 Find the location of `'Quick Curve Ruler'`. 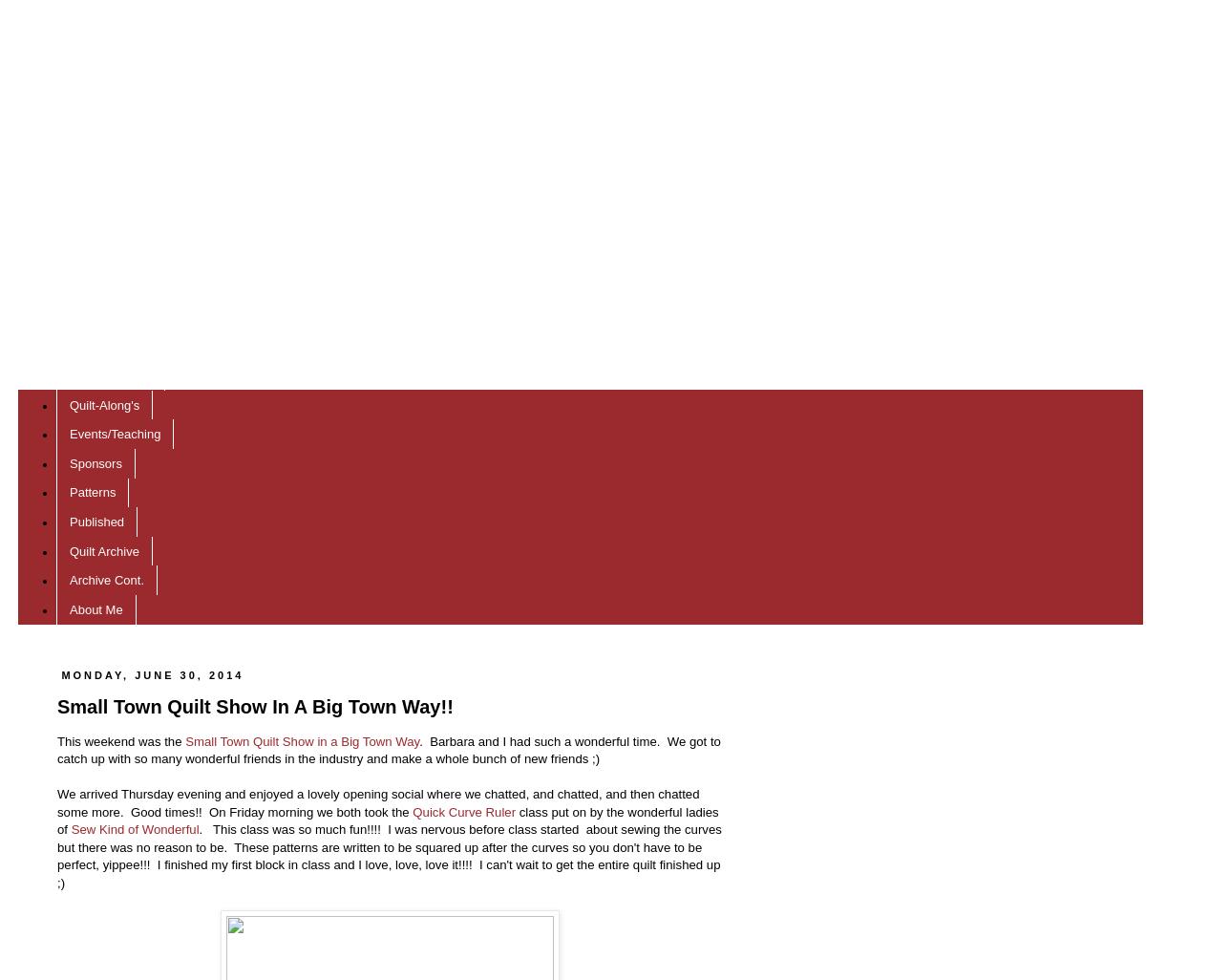

'Quick Curve Ruler' is located at coordinates (462, 811).